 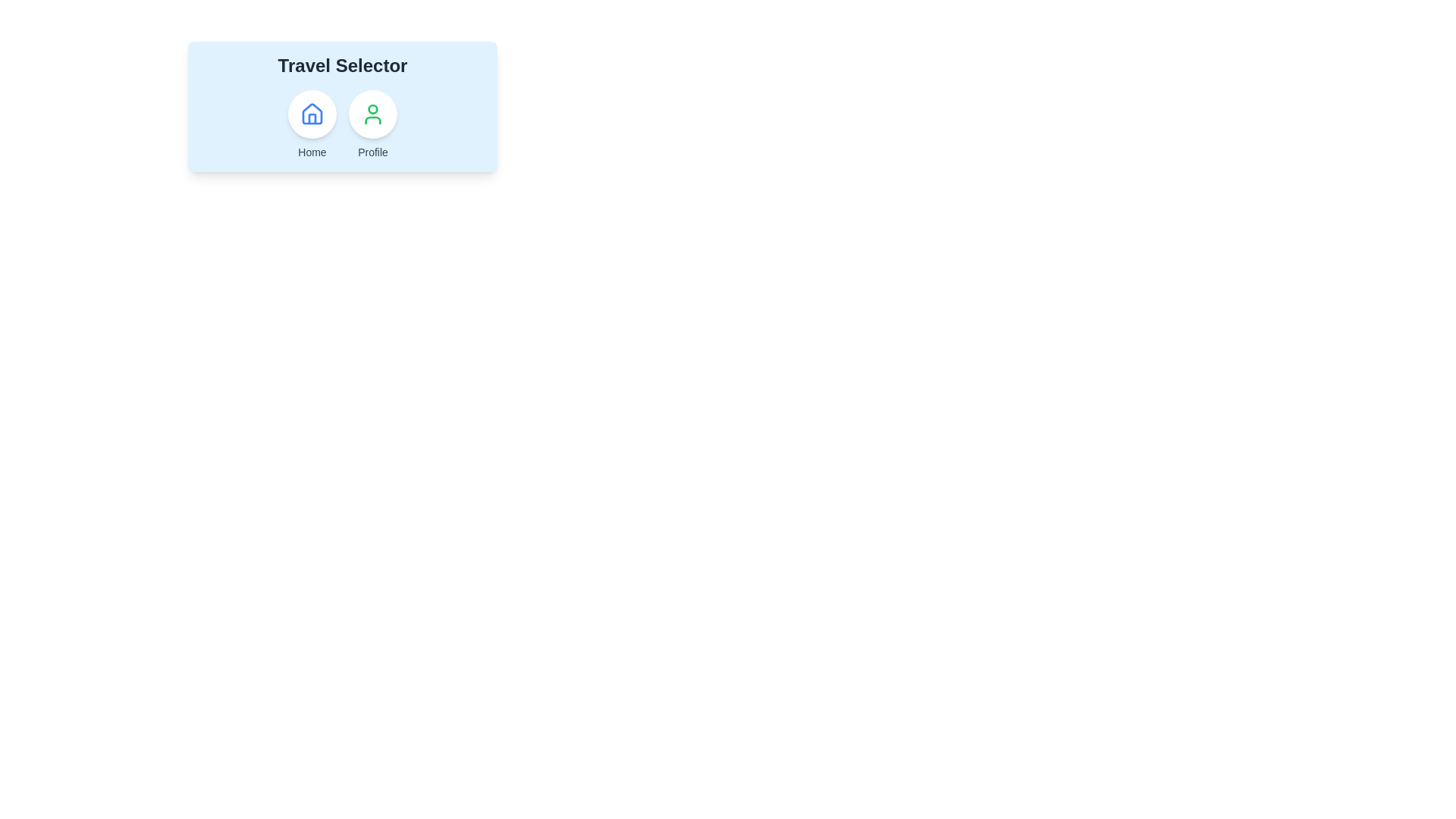 What do you see at coordinates (341, 124) in the screenshot?
I see `the 'Profile' group in the navigation panel located beneath the title 'Travel Selector'` at bounding box center [341, 124].